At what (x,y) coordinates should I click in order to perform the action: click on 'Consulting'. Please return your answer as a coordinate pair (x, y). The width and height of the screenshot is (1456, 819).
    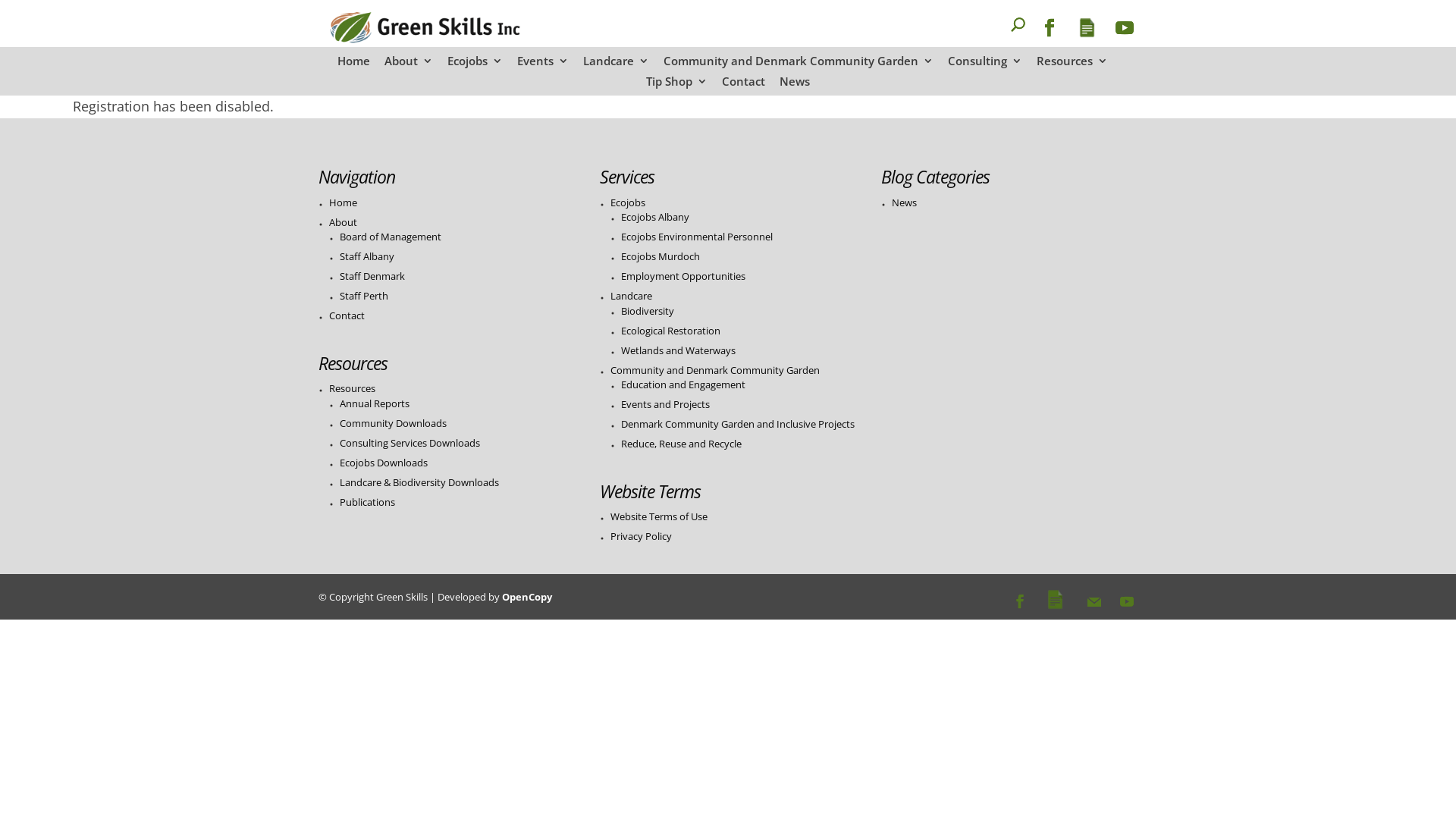
    Looking at the image, I should click on (985, 64).